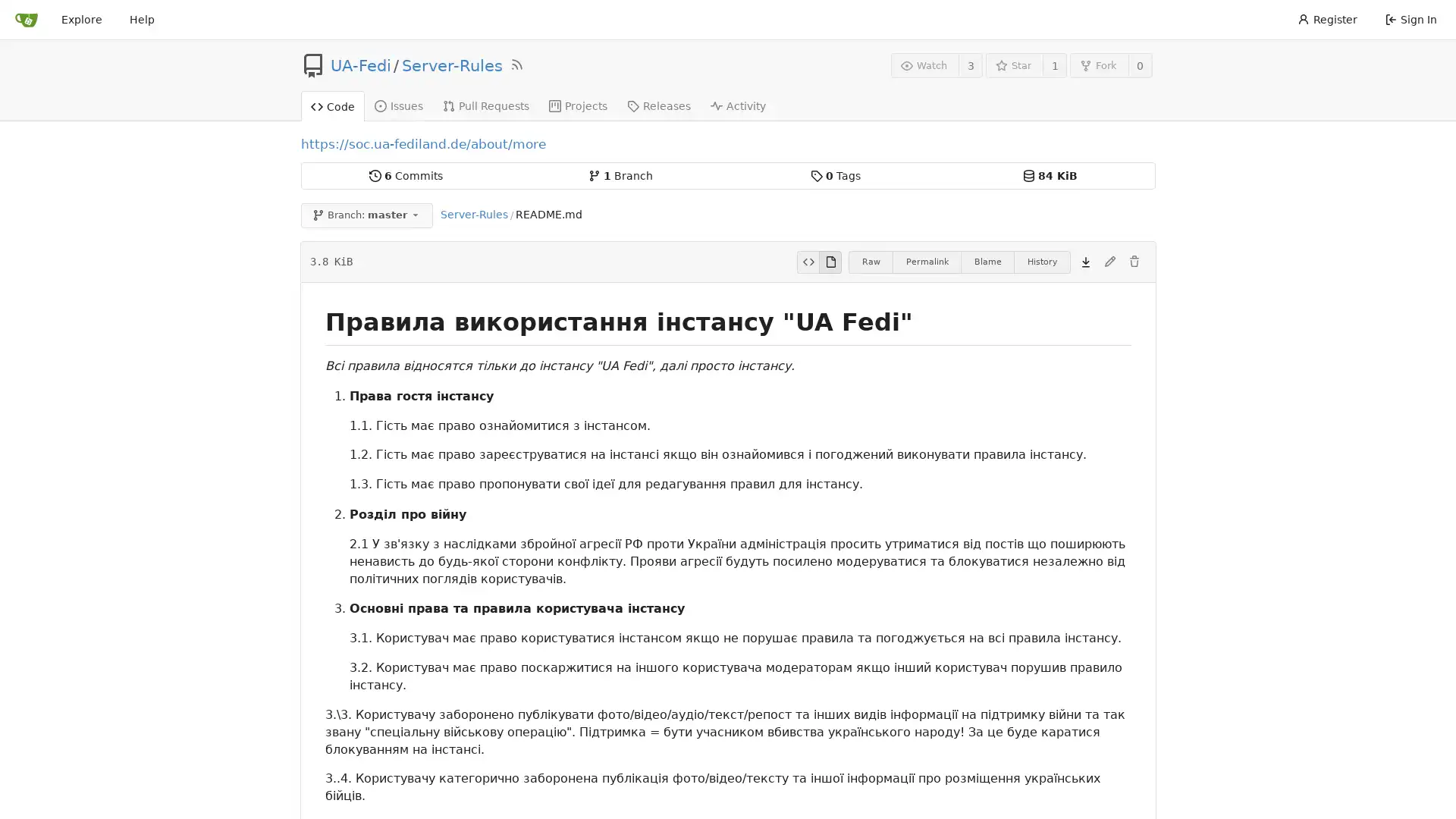 This screenshot has height=819, width=1456. What do you see at coordinates (1014, 64) in the screenshot?
I see `Star` at bounding box center [1014, 64].